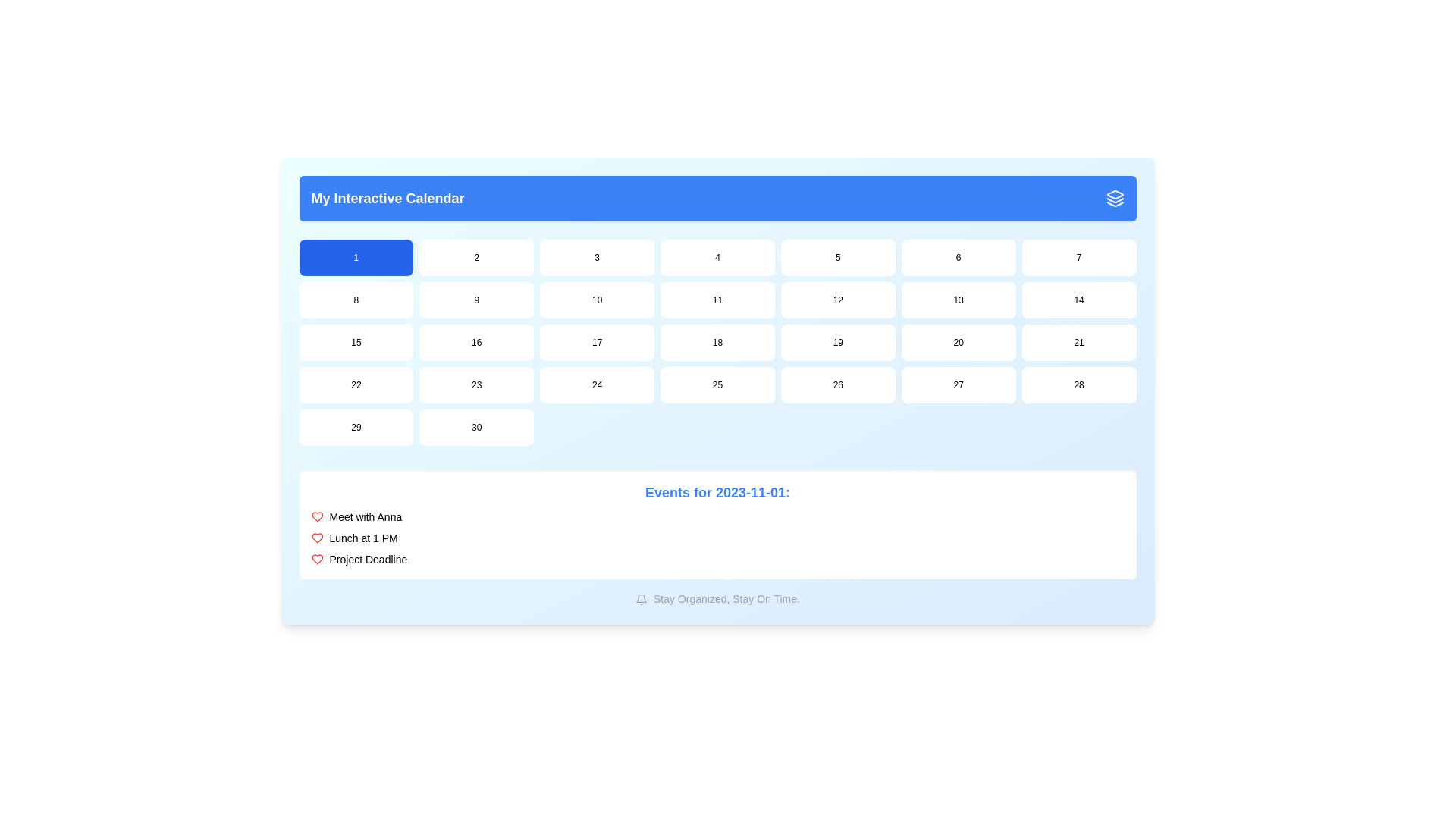 The image size is (1456, 819). I want to click on the small heart-shaped Decorative Icon outlined in red, which is positioned to the left of the text 'Project Deadline', to note its symbolic representation, so click(316, 559).